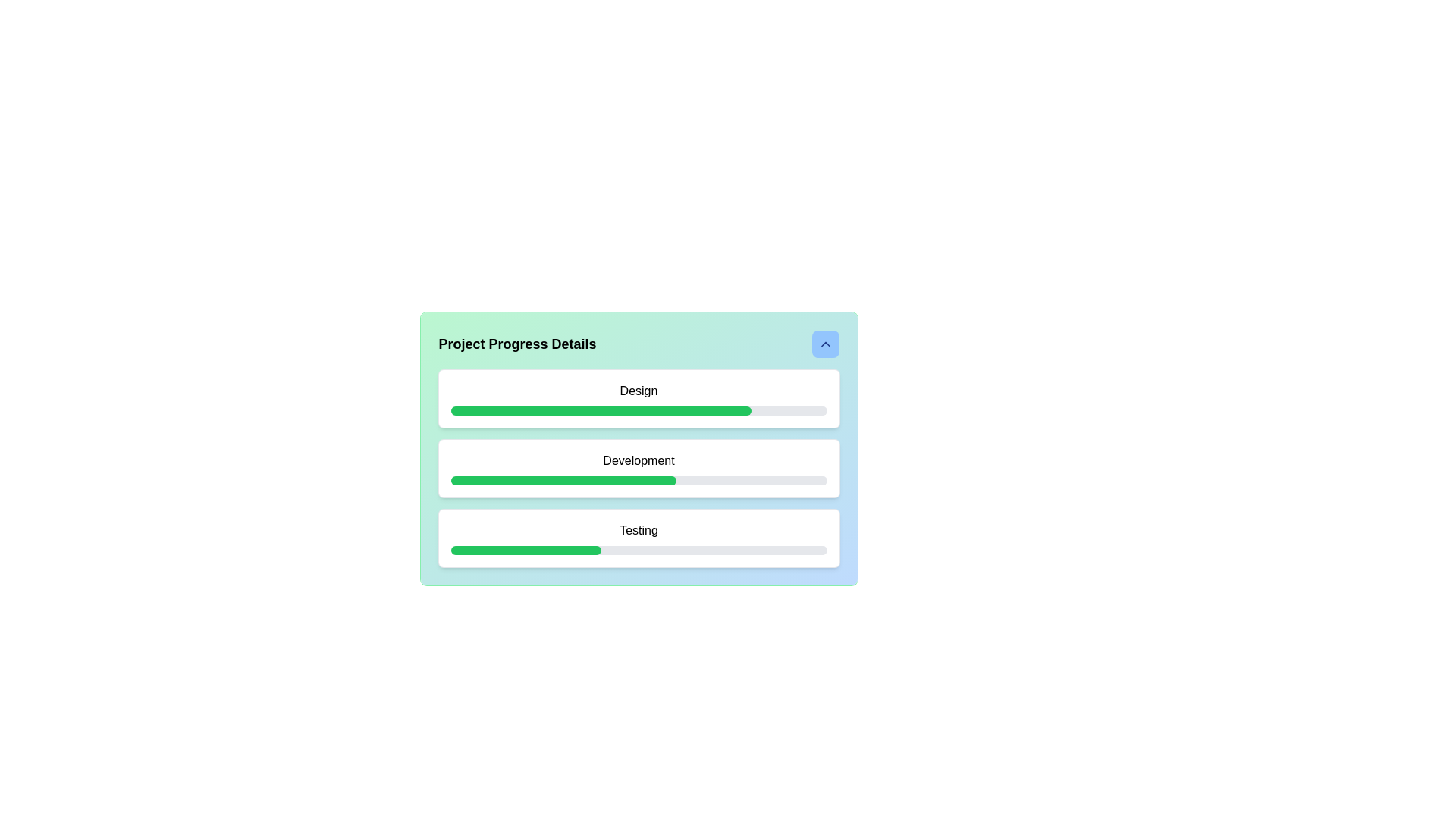 Image resolution: width=1456 pixels, height=819 pixels. I want to click on the rounded blue button with an upward-pointing chevron arrow, so click(824, 344).